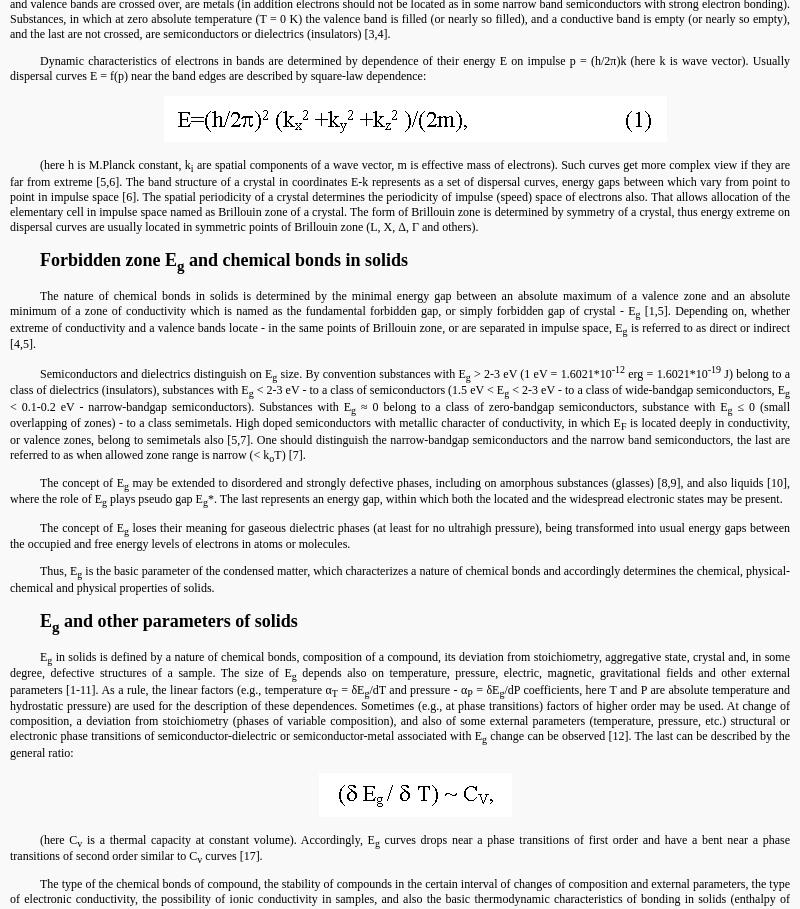  What do you see at coordinates (177, 620) in the screenshot?
I see `'and other parameters of solids'` at bounding box center [177, 620].